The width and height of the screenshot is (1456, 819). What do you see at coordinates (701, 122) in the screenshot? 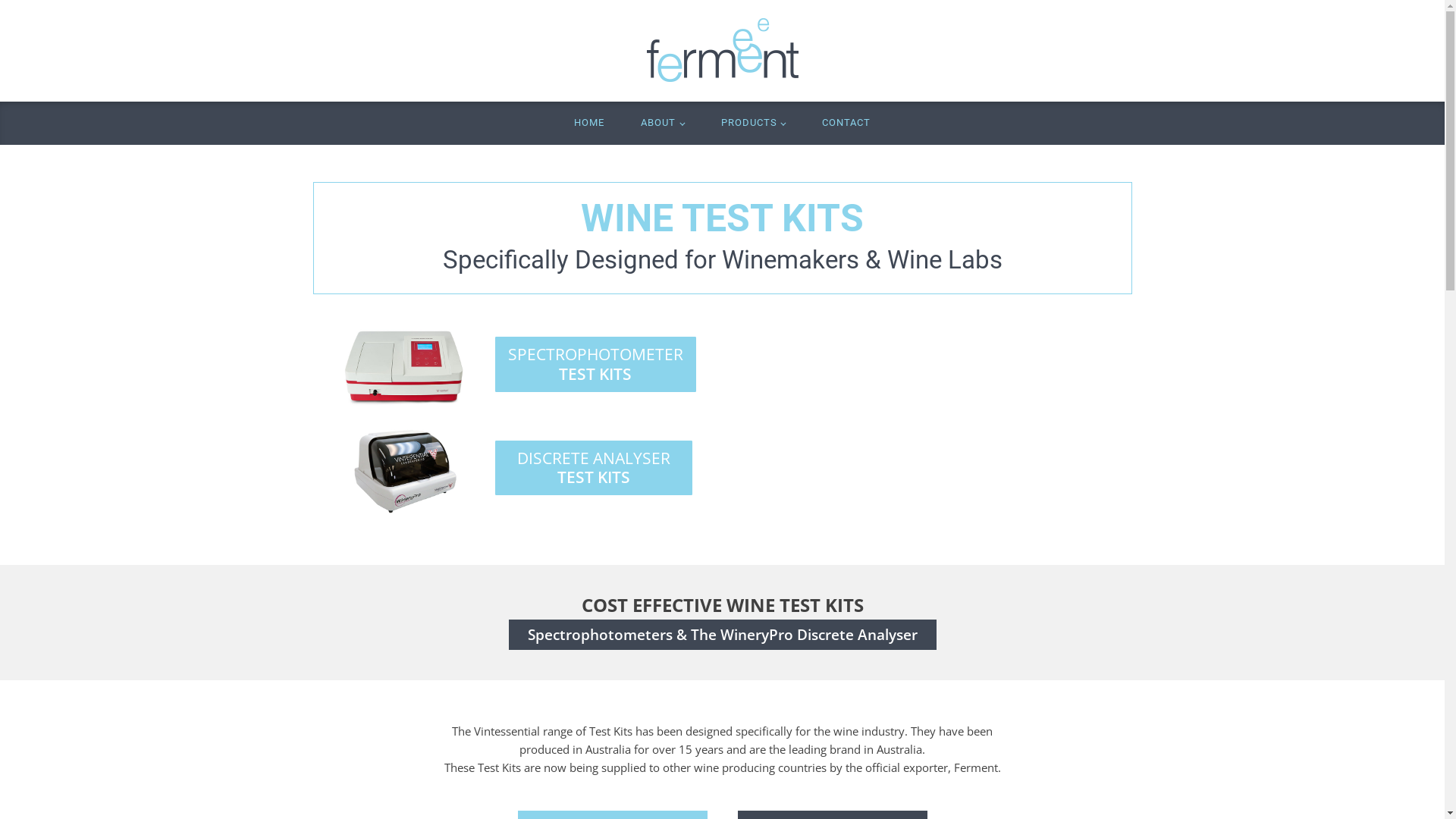
I see `'PRODUCTS'` at bounding box center [701, 122].